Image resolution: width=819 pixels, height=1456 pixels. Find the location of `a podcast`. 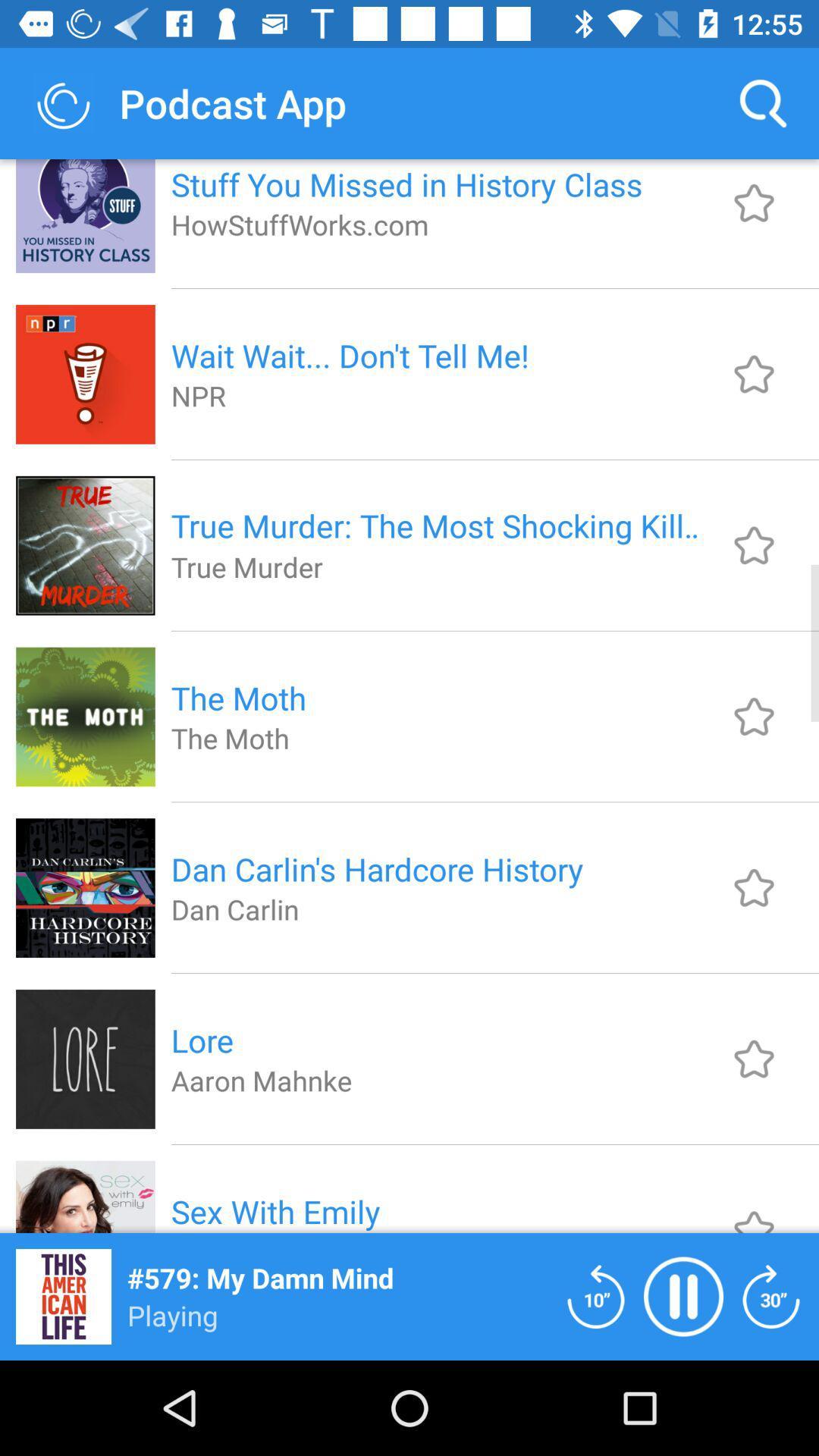

a podcast is located at coordinates (754, 545).